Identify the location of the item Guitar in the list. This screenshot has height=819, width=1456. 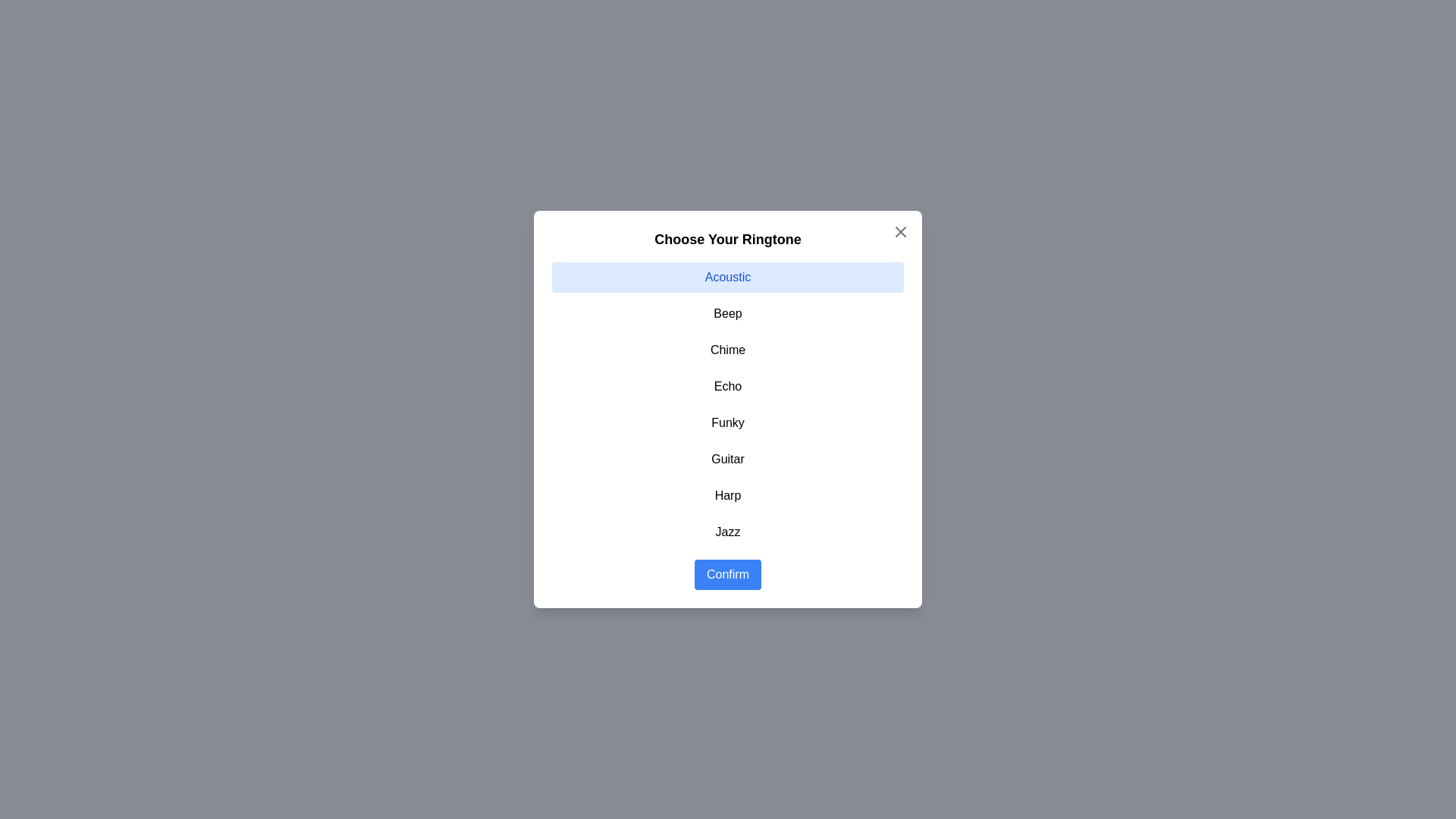
(728, 458).